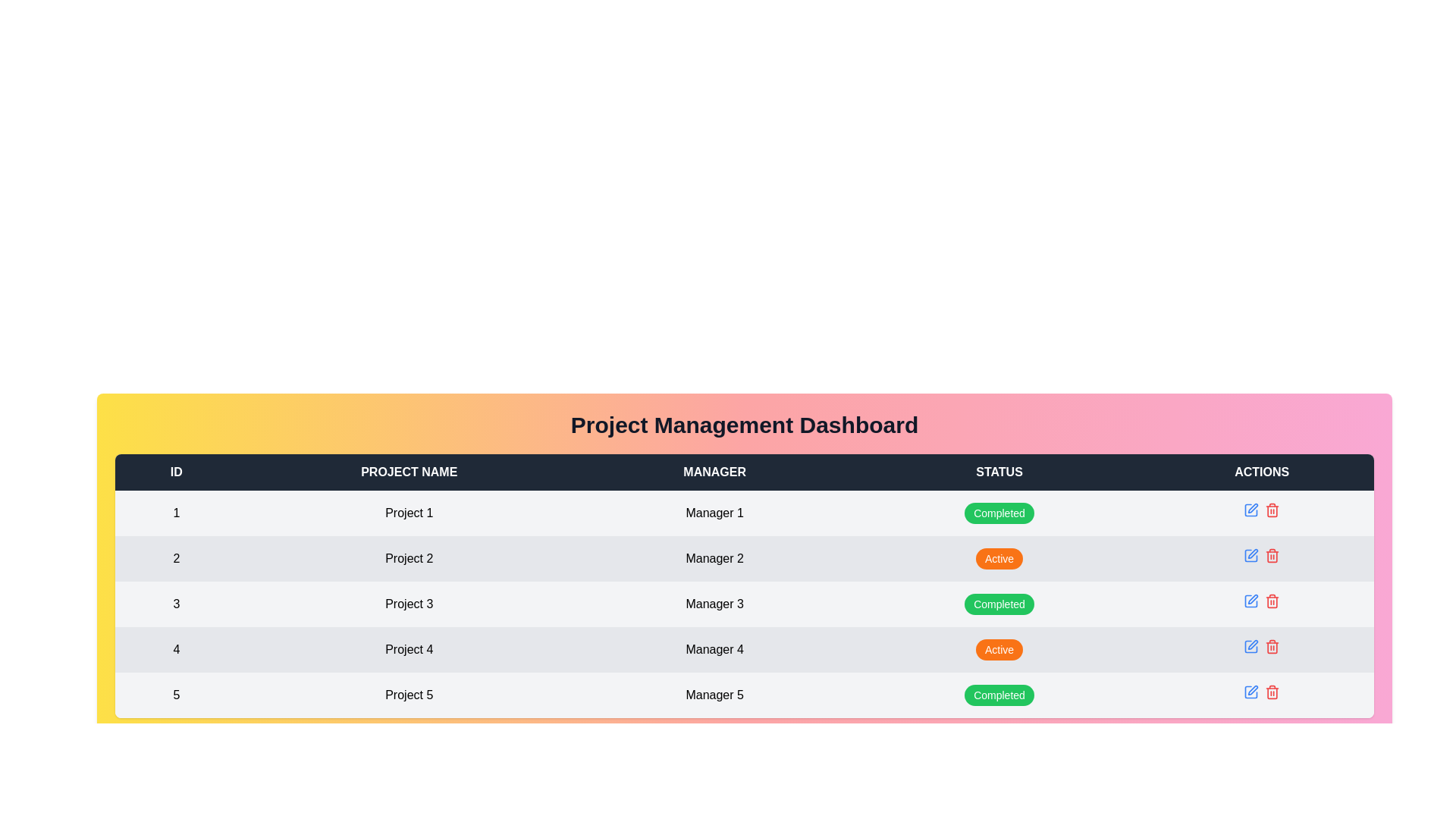 The image size is (1456, 819). I want to click on the decorative part of the trash bin icon located in the 'Actions' column next to the fifth row of the project list, so click(1272, 557).